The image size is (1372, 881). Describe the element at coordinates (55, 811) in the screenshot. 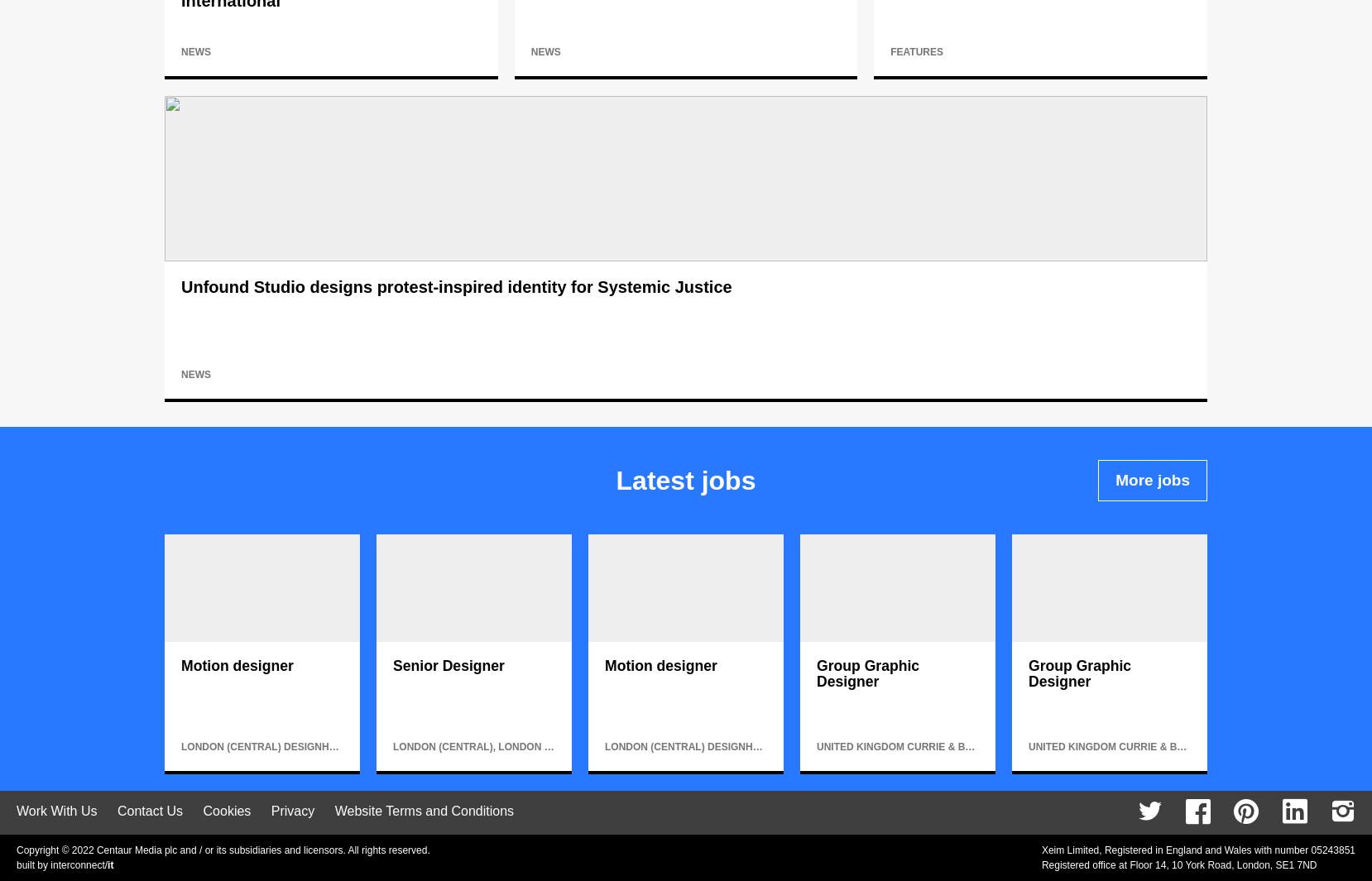

I see `'Work With Us'` at that location.